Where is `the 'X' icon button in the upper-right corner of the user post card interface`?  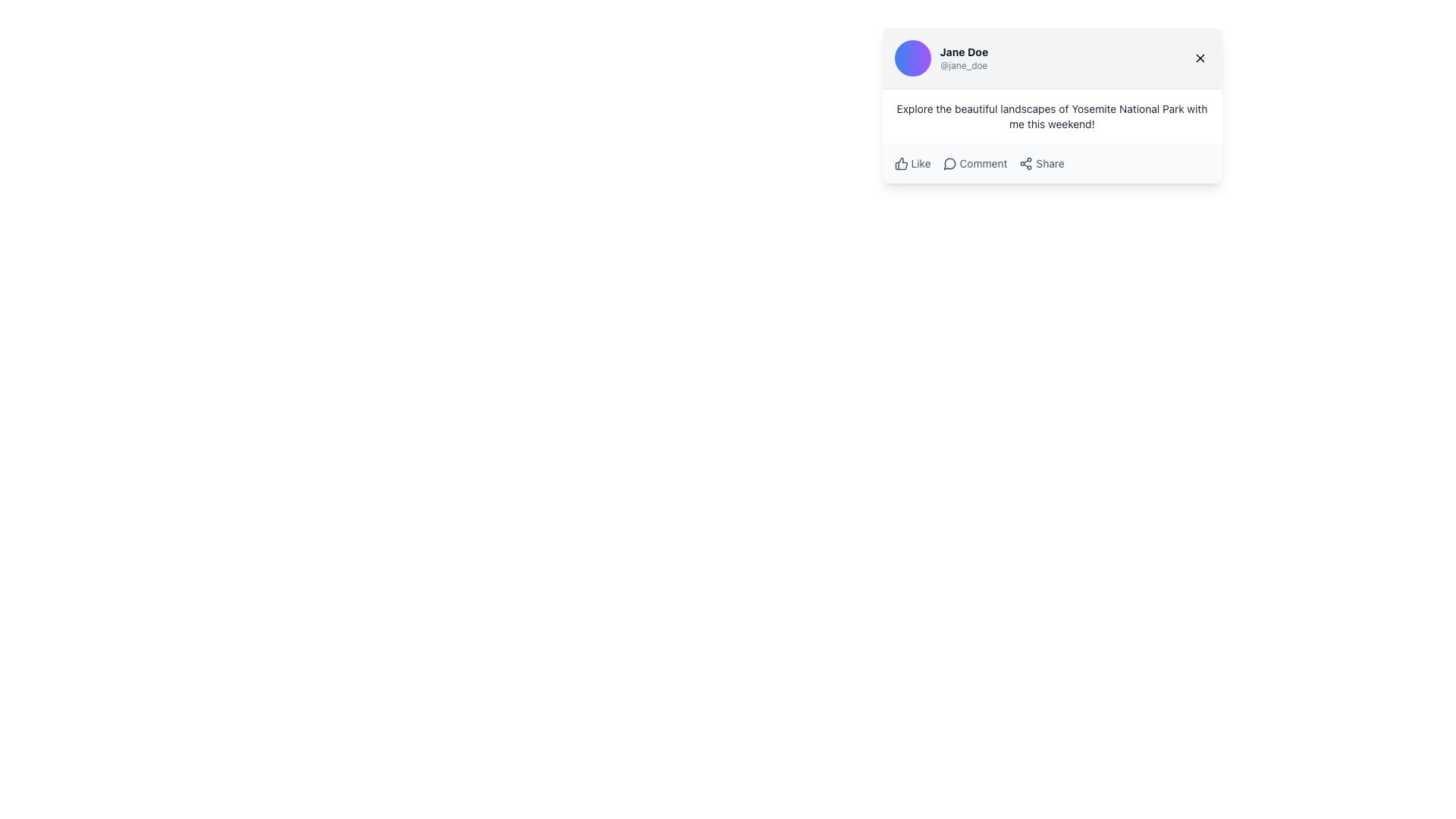 the 'X' icon button in the upper-right corner of the user post card interface is located at coordinates (1199, 58).